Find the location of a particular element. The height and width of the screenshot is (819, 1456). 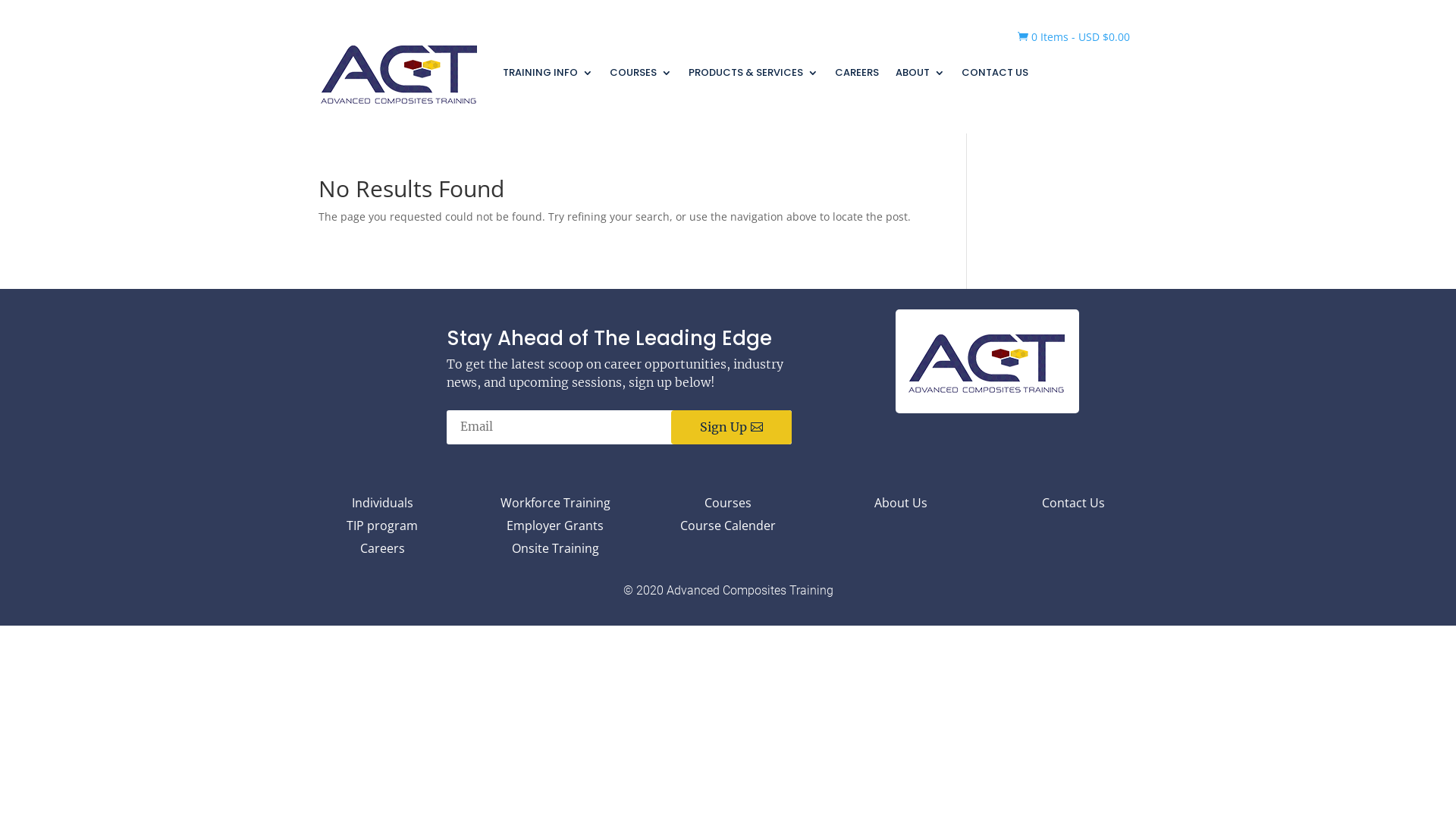

'PRODUCTS & SERVICES' is located at coordinates (753, 72).